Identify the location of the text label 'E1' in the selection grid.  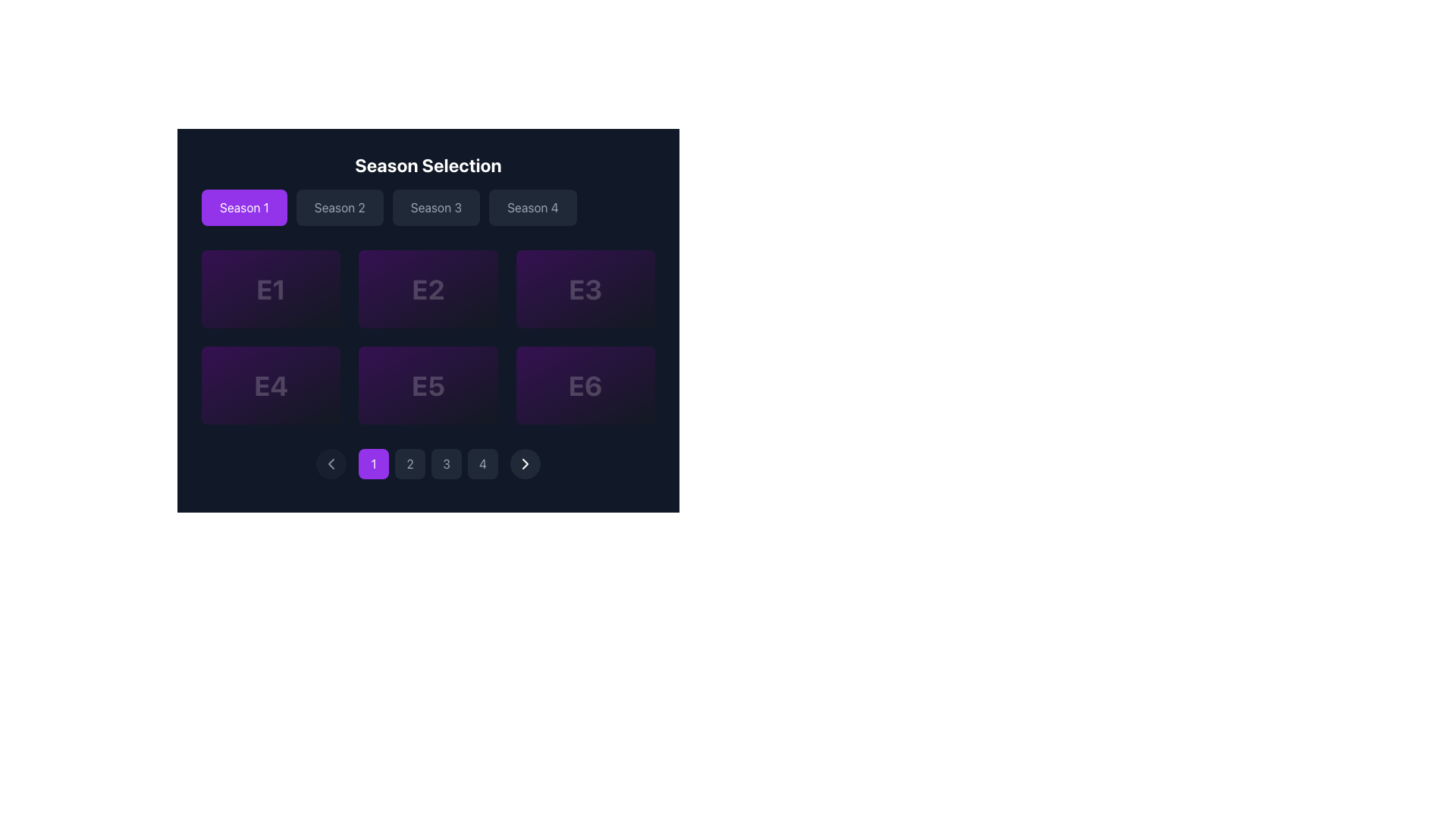
(271, 289).